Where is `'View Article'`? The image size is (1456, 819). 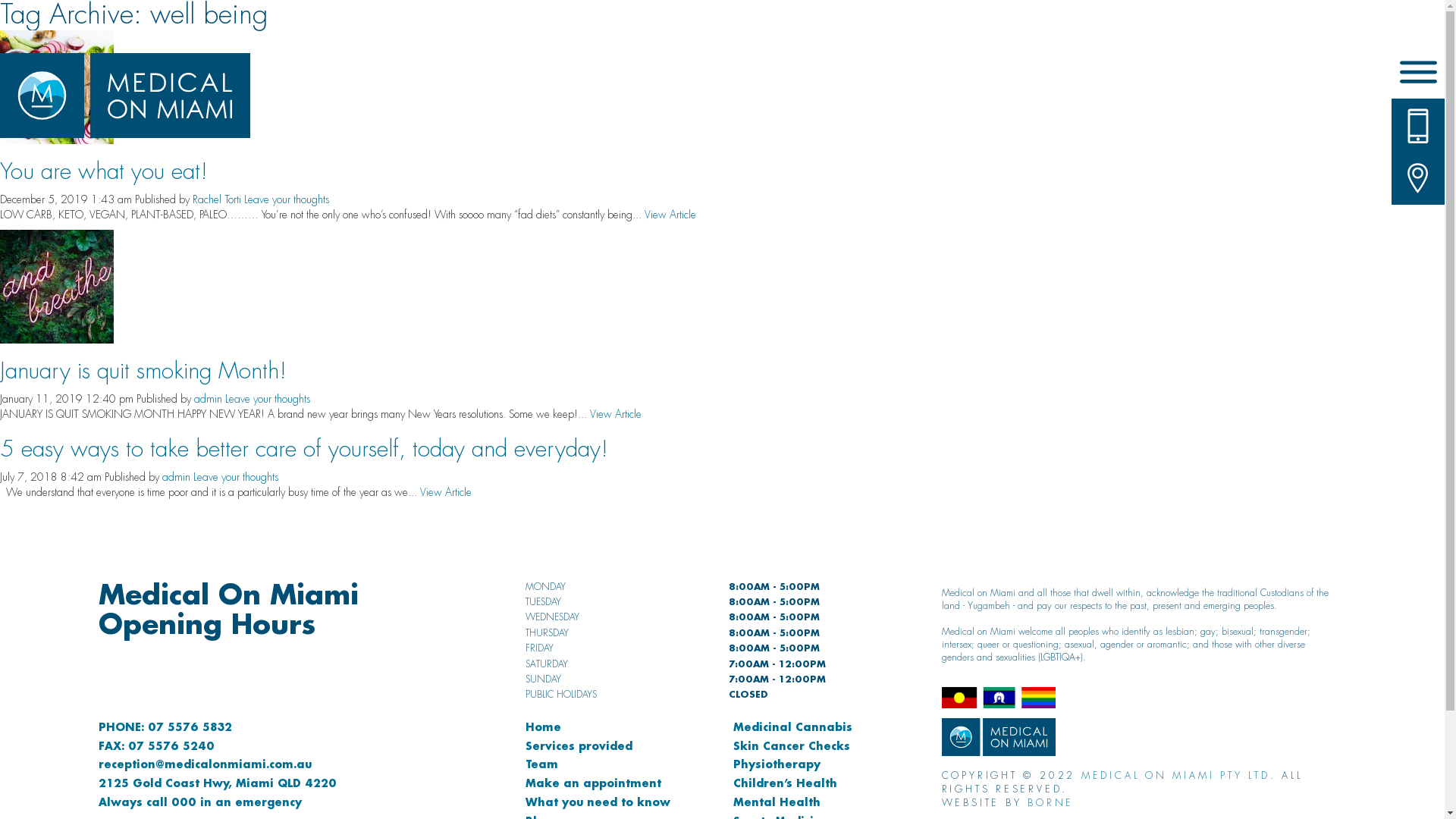 'View Article' is located at coordinates (615, 414).